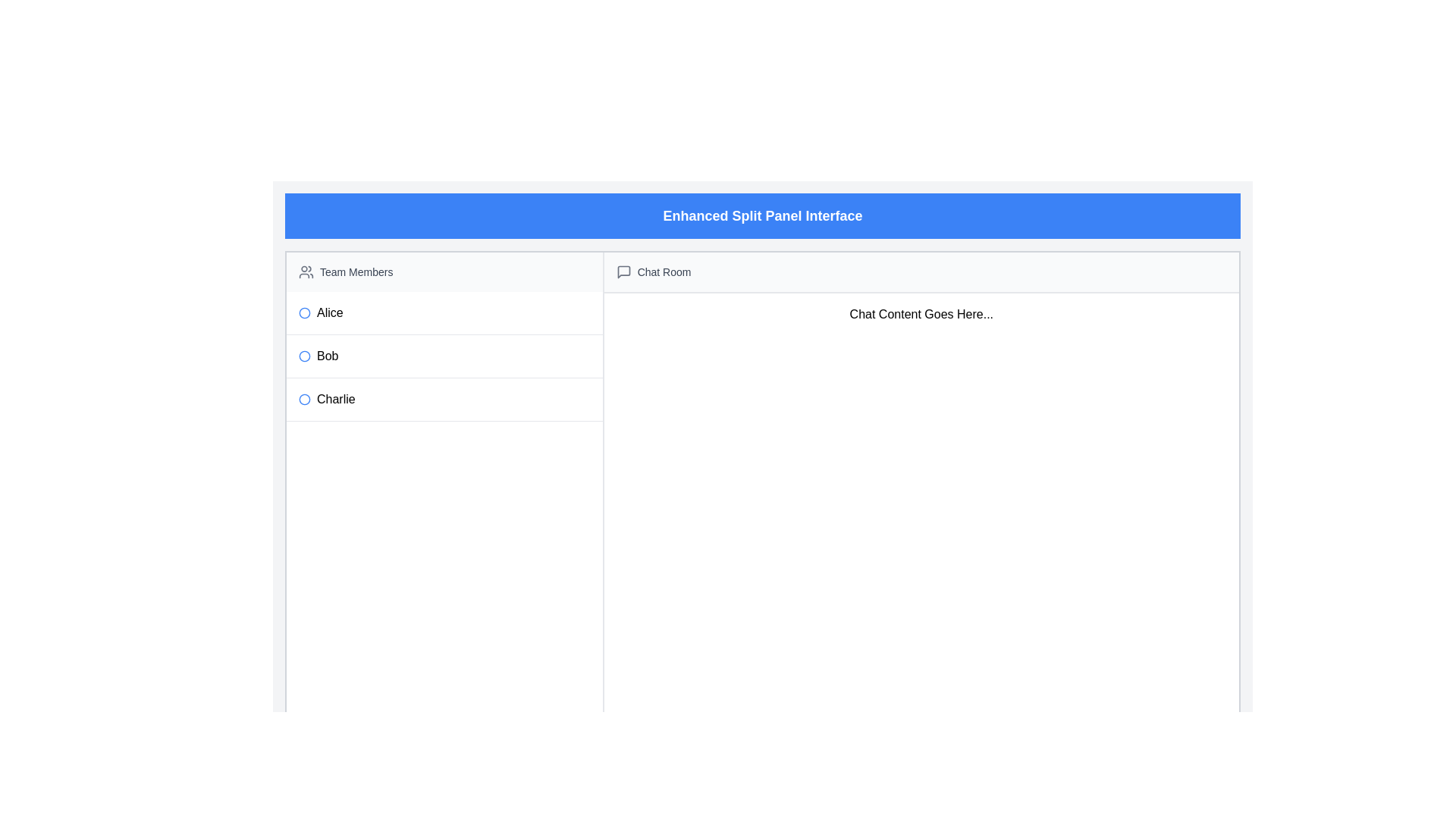 This screenshot has height=819, width=1456. I want to click on the text label displaying the name 'Bob', which is the second entry in a vertically stacked list of names, so click(327, 356).